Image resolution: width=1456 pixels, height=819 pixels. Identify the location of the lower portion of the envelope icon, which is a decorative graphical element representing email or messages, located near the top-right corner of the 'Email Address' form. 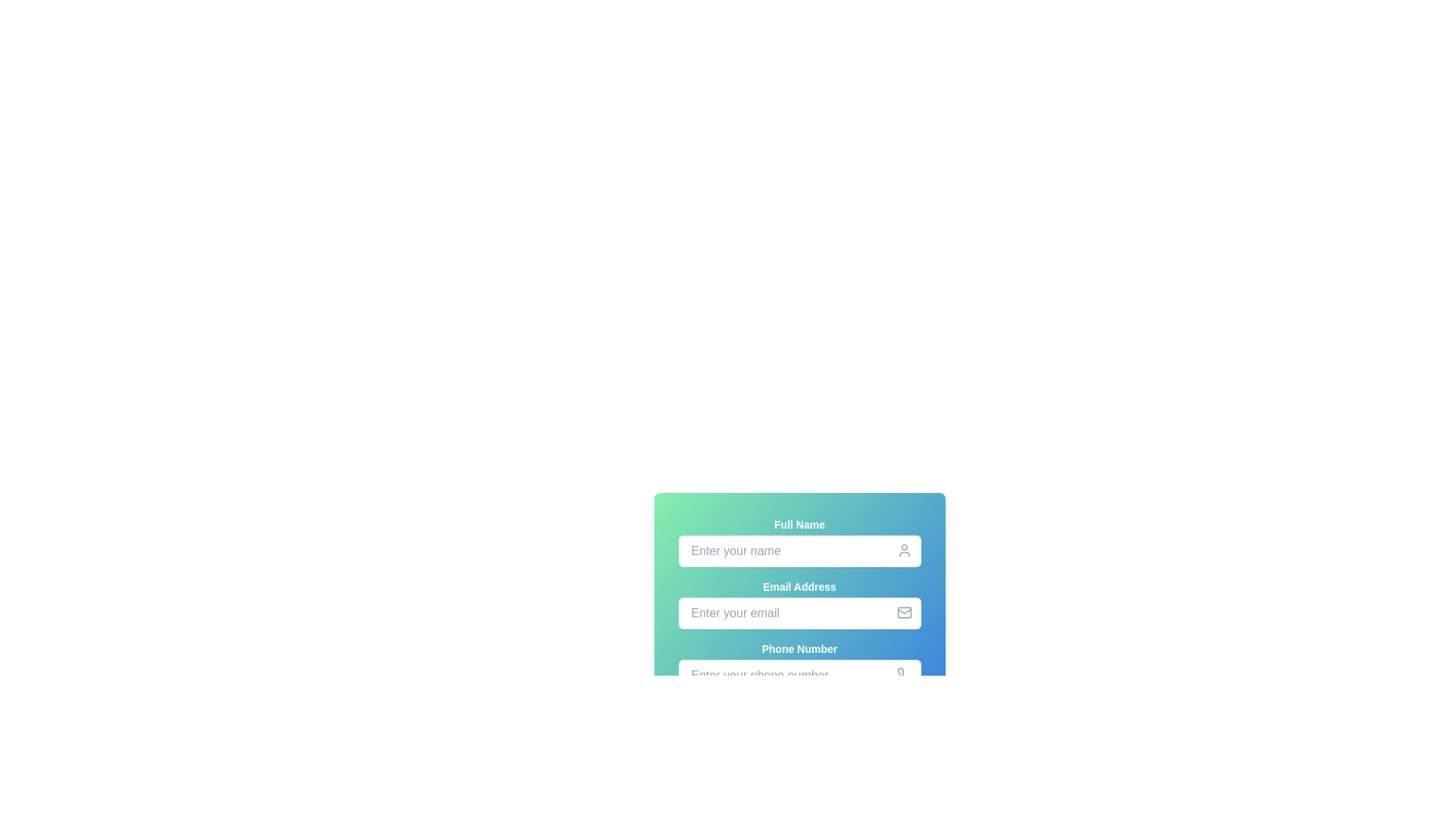
(904, 610).